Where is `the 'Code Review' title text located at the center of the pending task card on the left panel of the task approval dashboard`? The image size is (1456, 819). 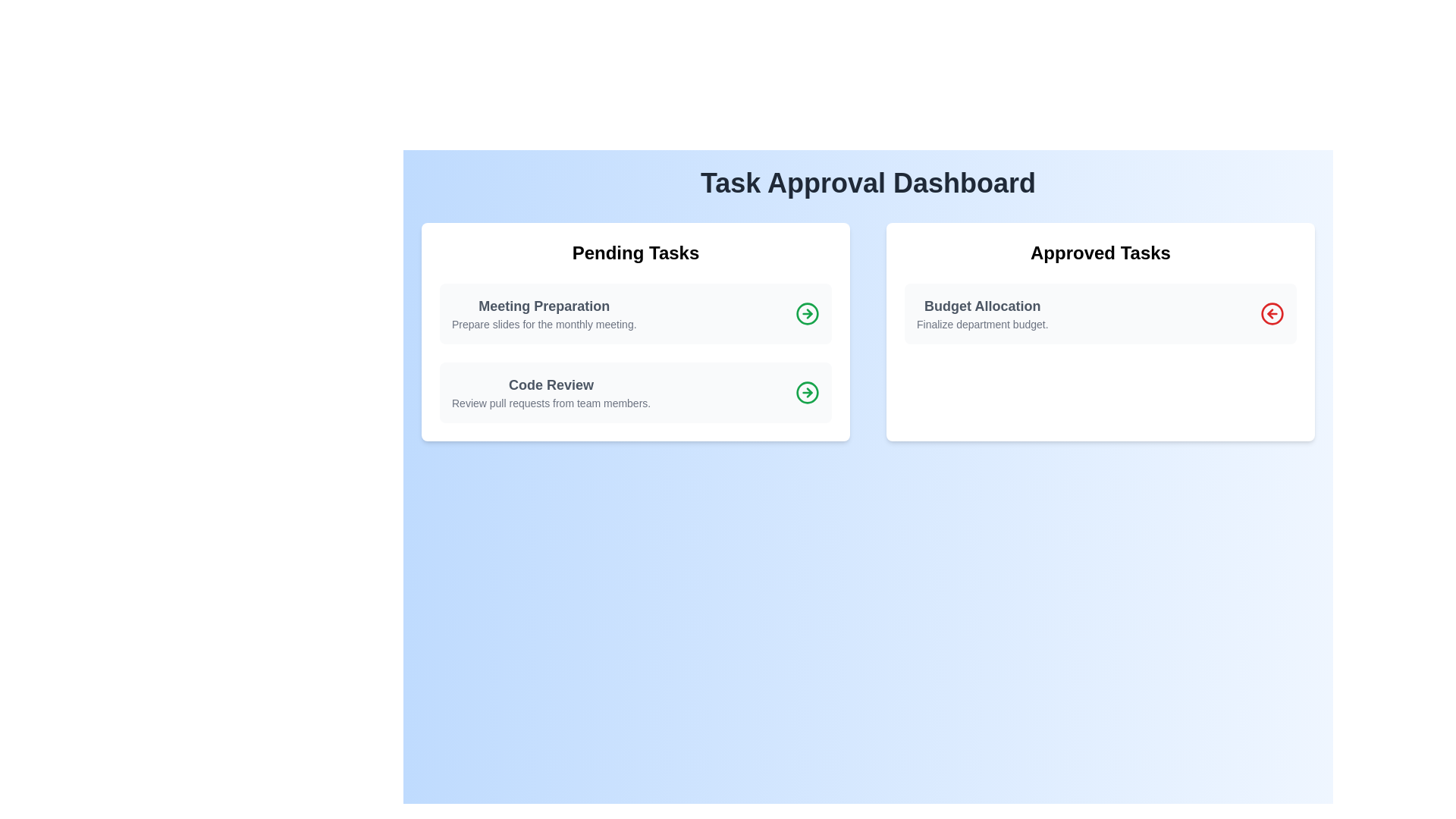
the 'Code Review' title text located at the center of the pending task card on the left panel of the task approval dashboard is located at coordinates (550, 384).